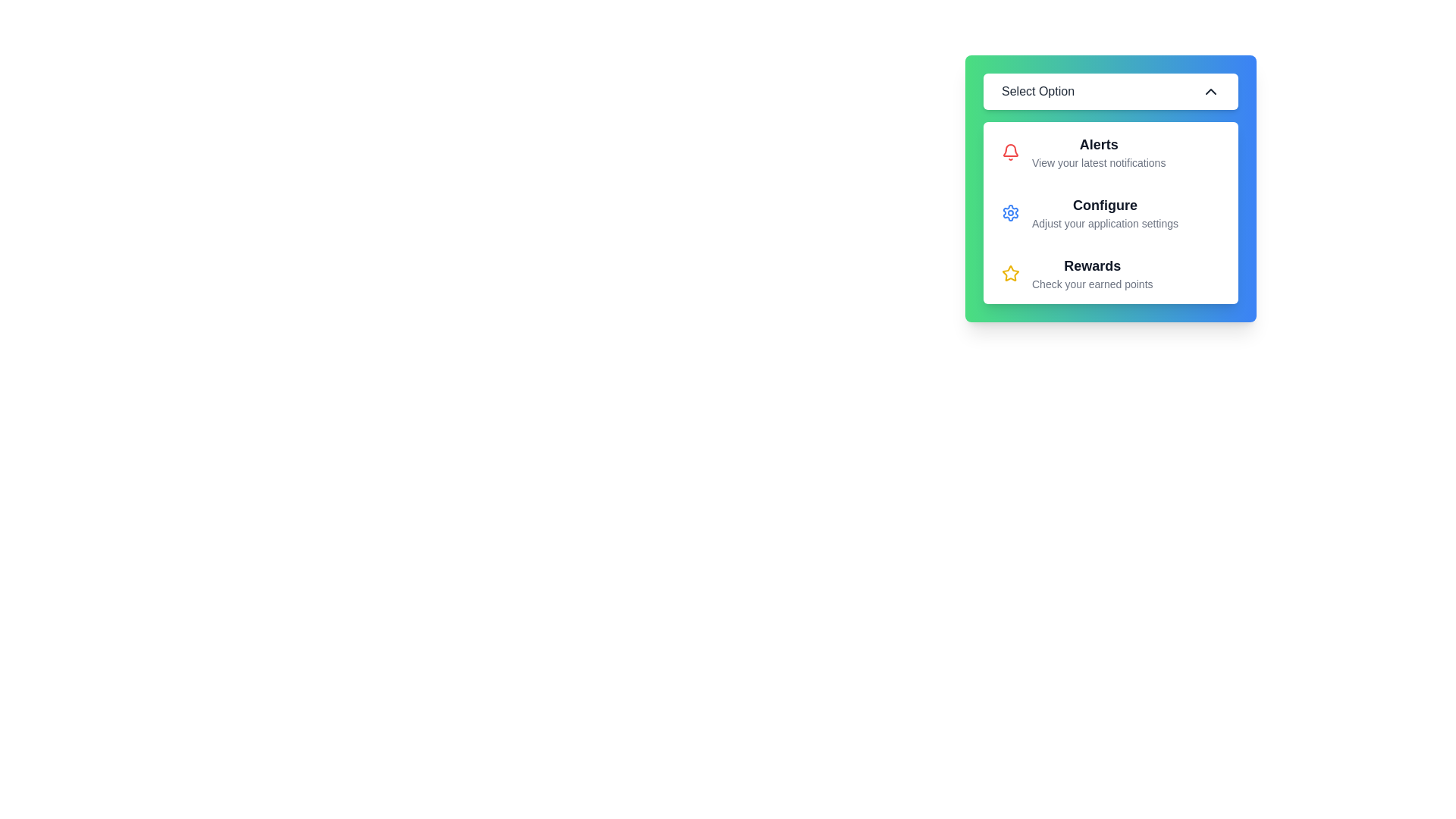 The width and height of the screenshot is (1456, 819). Describe the element at coordinates (1099, 152) in the screenshot. I see `the notification text label located directly below the 'Select Option' heading in the dropdown menu` at that location.